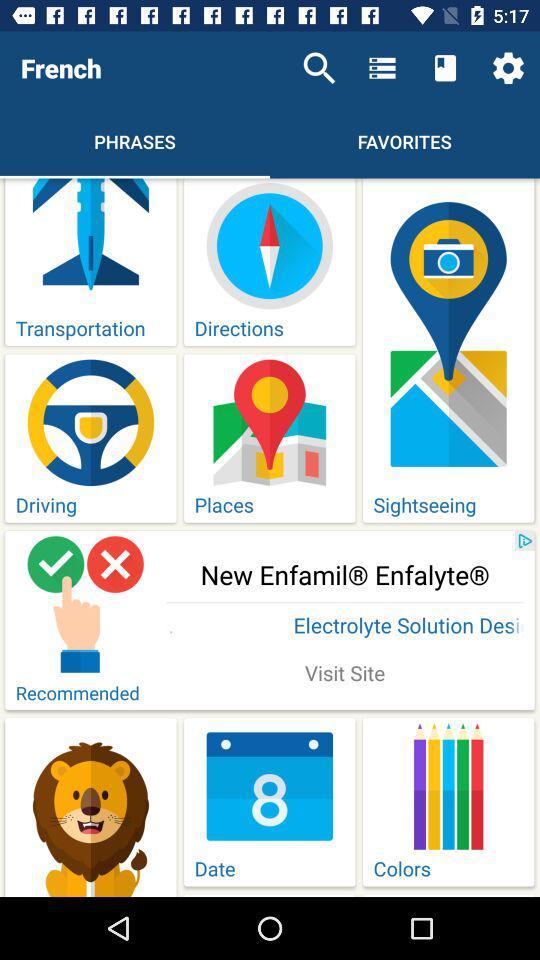 This screenshot has height=960, width=540. What do you see at coordinates (319, 68) in the screenshot?
I see `the item to the right of the french icon` at bounding box center [319, 68].